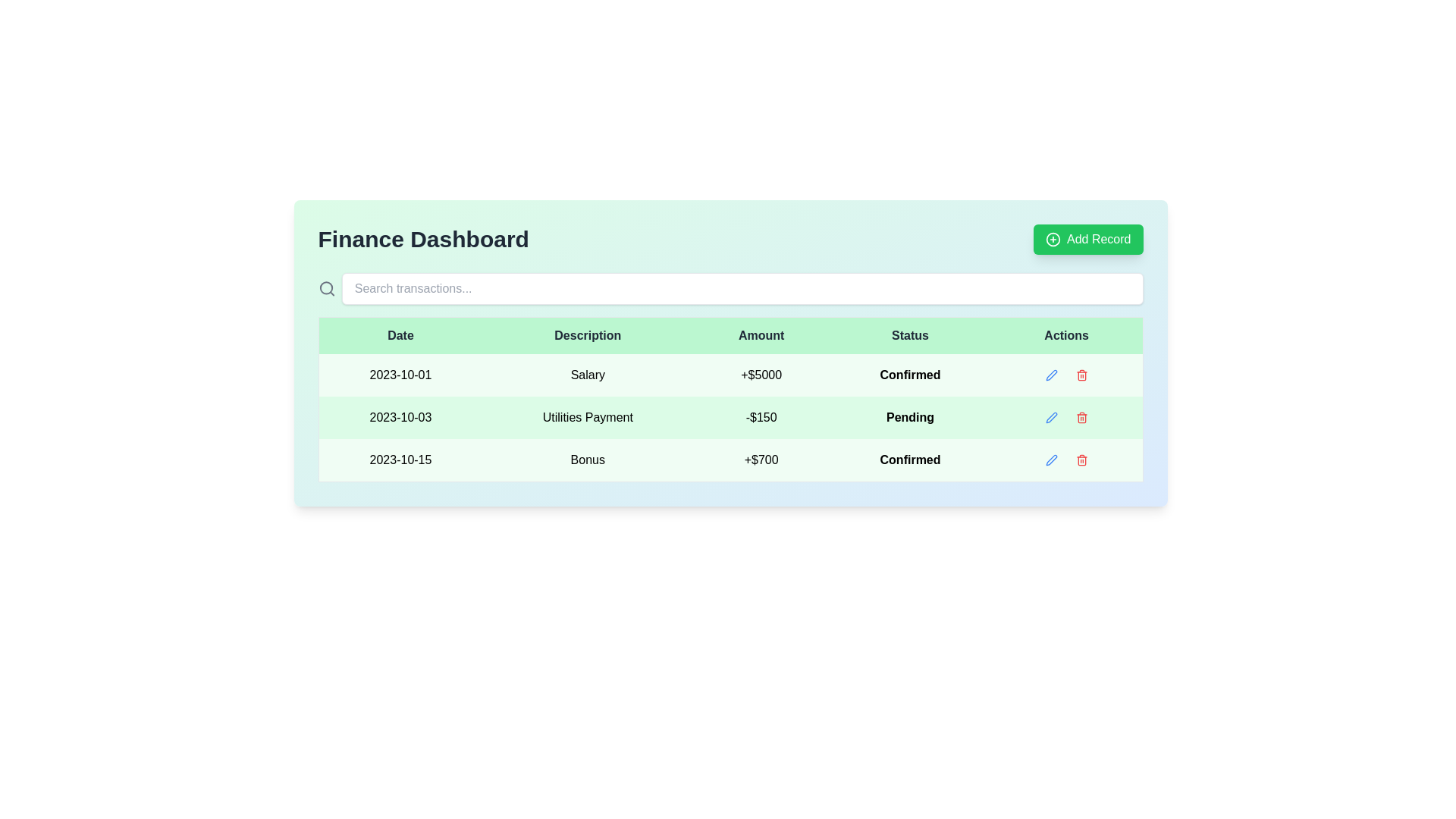  What do you see at coordinates (587, 375) in the screenshot?
I see `the 'Salary' text label, which is displayed in black font within a light green cell, located in the second column of the data table` at bounding box center [587, 375].